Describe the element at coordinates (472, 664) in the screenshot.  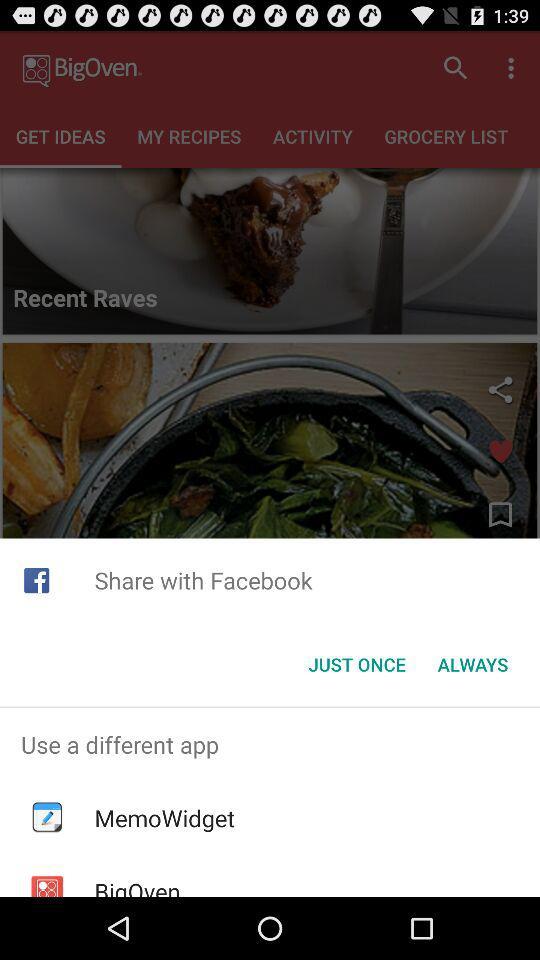
I see `the always` at that location.